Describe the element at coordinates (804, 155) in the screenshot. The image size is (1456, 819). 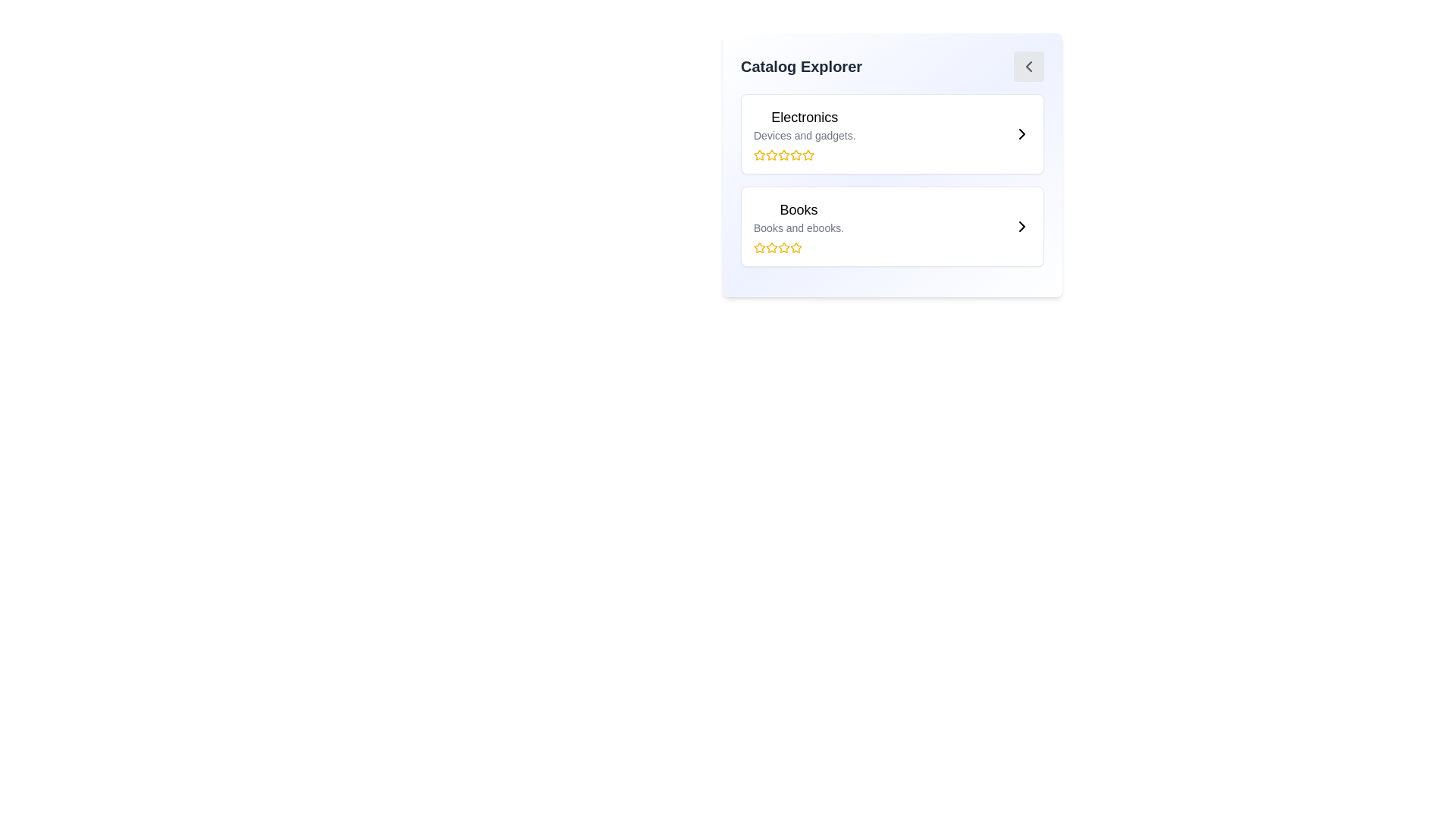
I see `the fourth star in the Rating component under the 'Electronics' section, specifically below the subtitle 'Devices and gadgets', to set the rating` at that location.